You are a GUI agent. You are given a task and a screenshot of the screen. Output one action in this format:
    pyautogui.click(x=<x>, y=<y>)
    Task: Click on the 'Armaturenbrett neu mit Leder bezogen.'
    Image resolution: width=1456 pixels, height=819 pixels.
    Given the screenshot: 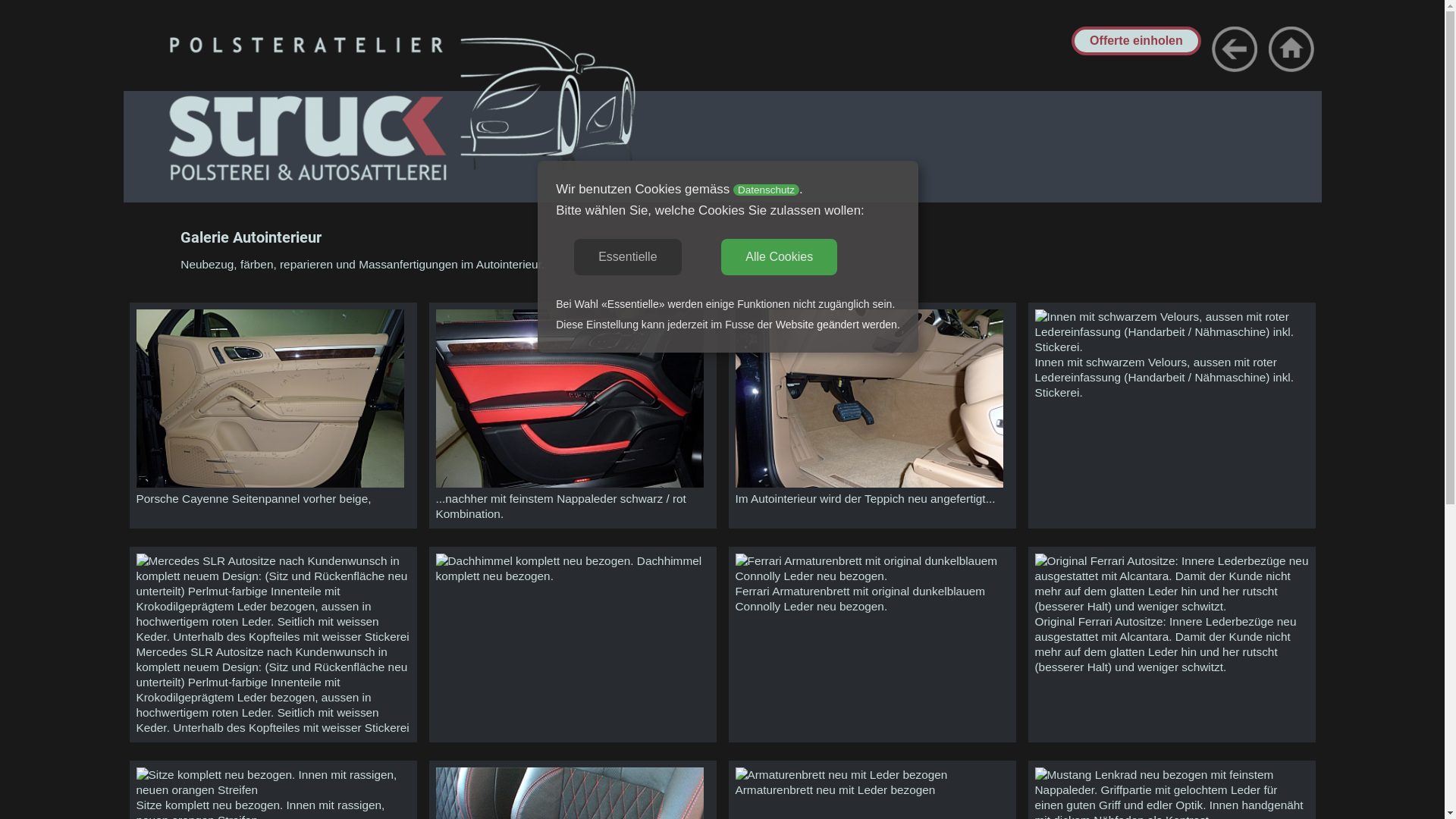 What is the action you would take?
    pyautogui.click(x=840, y=774)
    